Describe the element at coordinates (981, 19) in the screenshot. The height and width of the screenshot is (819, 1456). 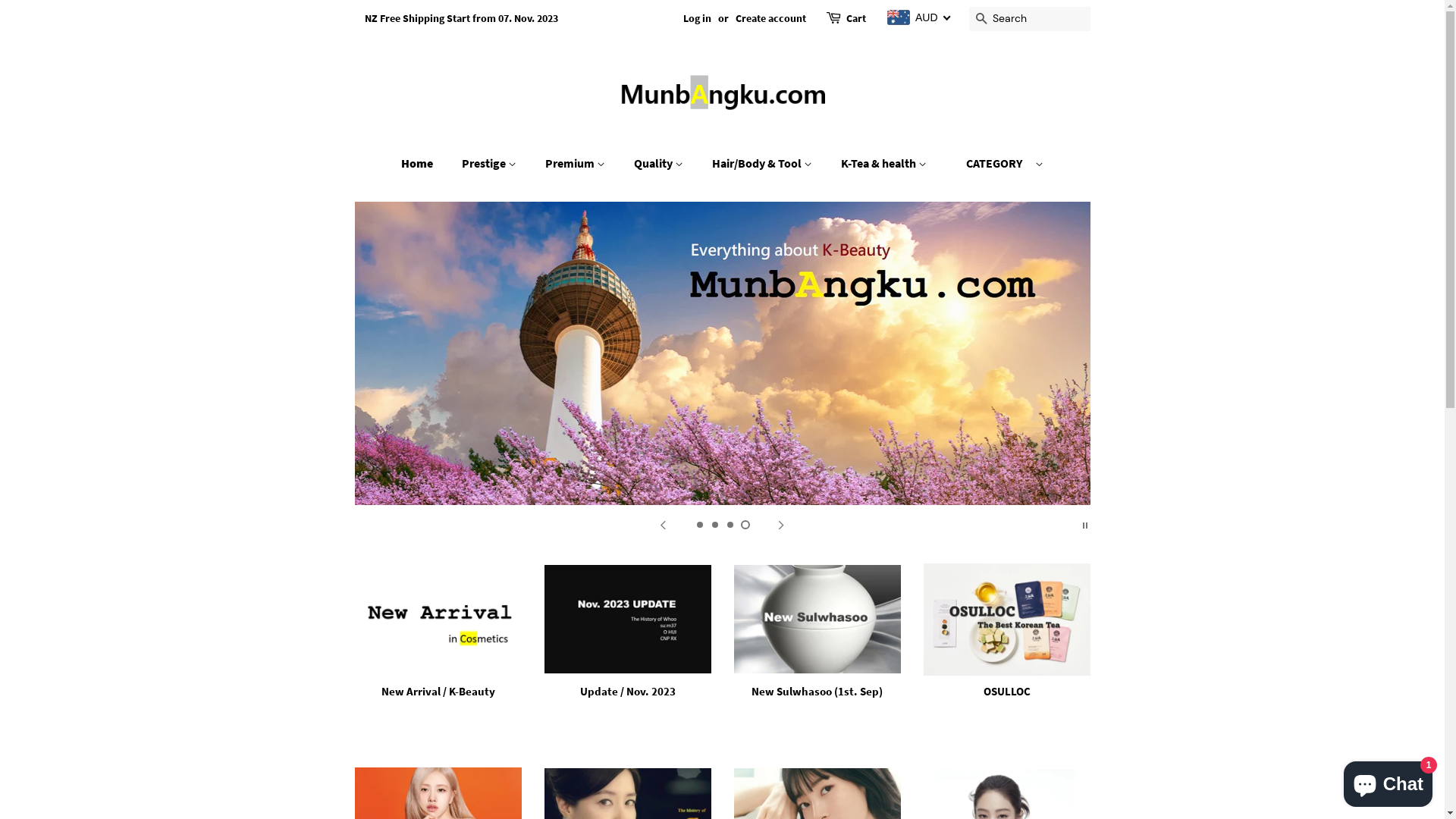
I see `'Search'` at that location.